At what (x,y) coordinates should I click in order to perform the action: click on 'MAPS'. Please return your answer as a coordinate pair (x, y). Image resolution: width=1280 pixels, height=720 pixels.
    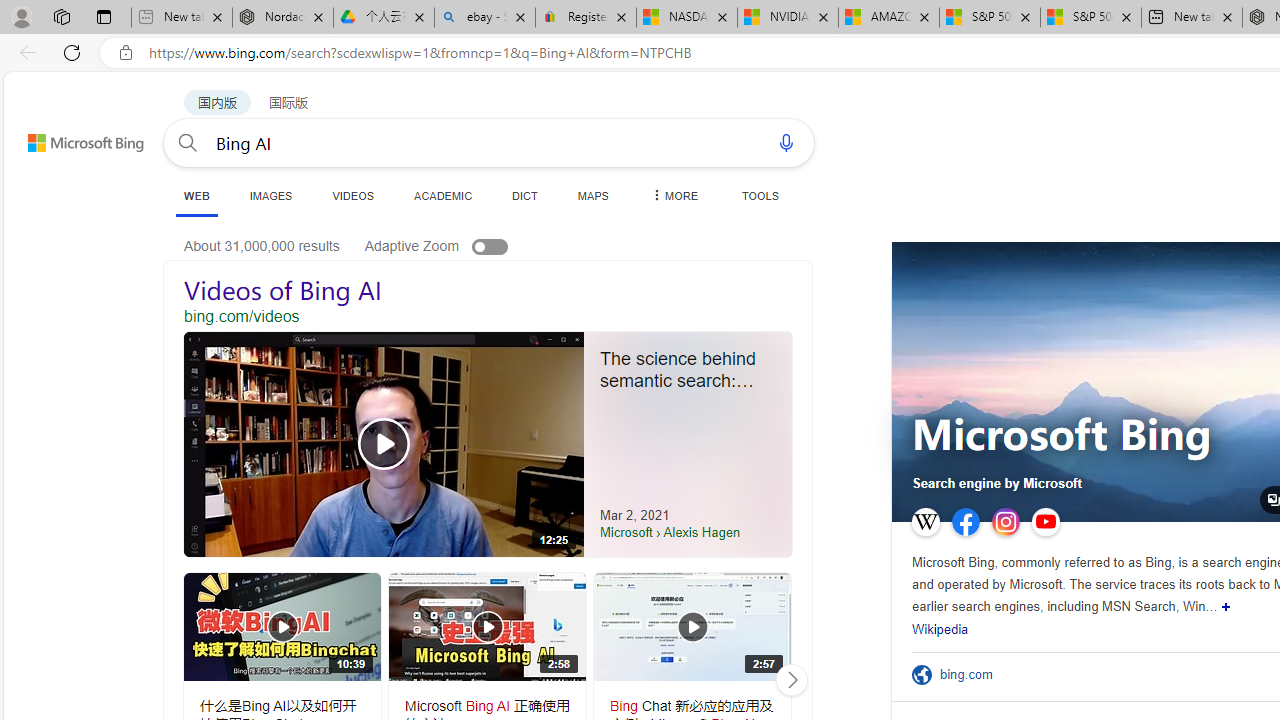
    Looking at the image, I should click on (592, 195).